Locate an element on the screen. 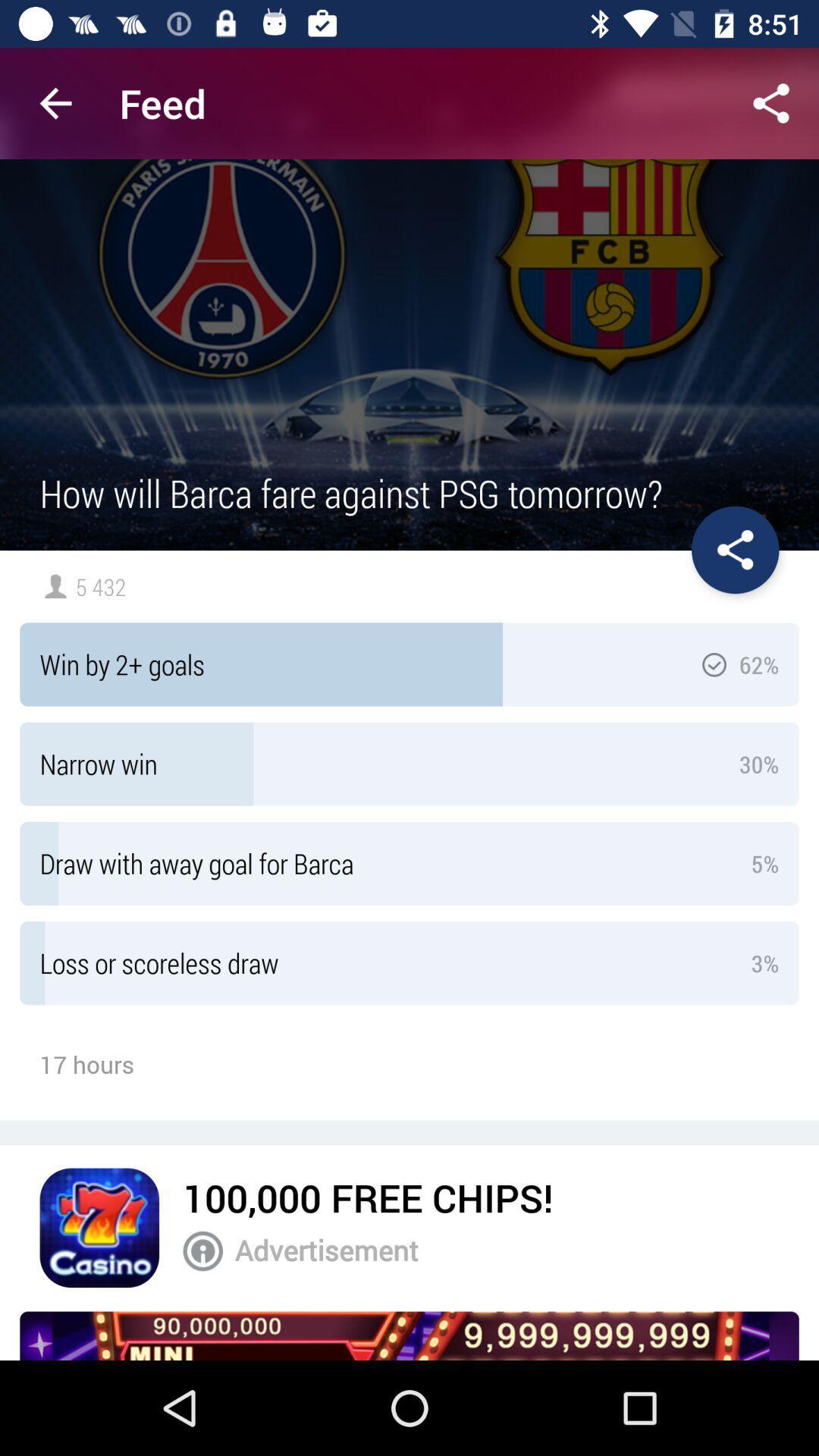 The height and width of the screenshot is (1456, 819). advertisement is located at coordinates (507, 1250).